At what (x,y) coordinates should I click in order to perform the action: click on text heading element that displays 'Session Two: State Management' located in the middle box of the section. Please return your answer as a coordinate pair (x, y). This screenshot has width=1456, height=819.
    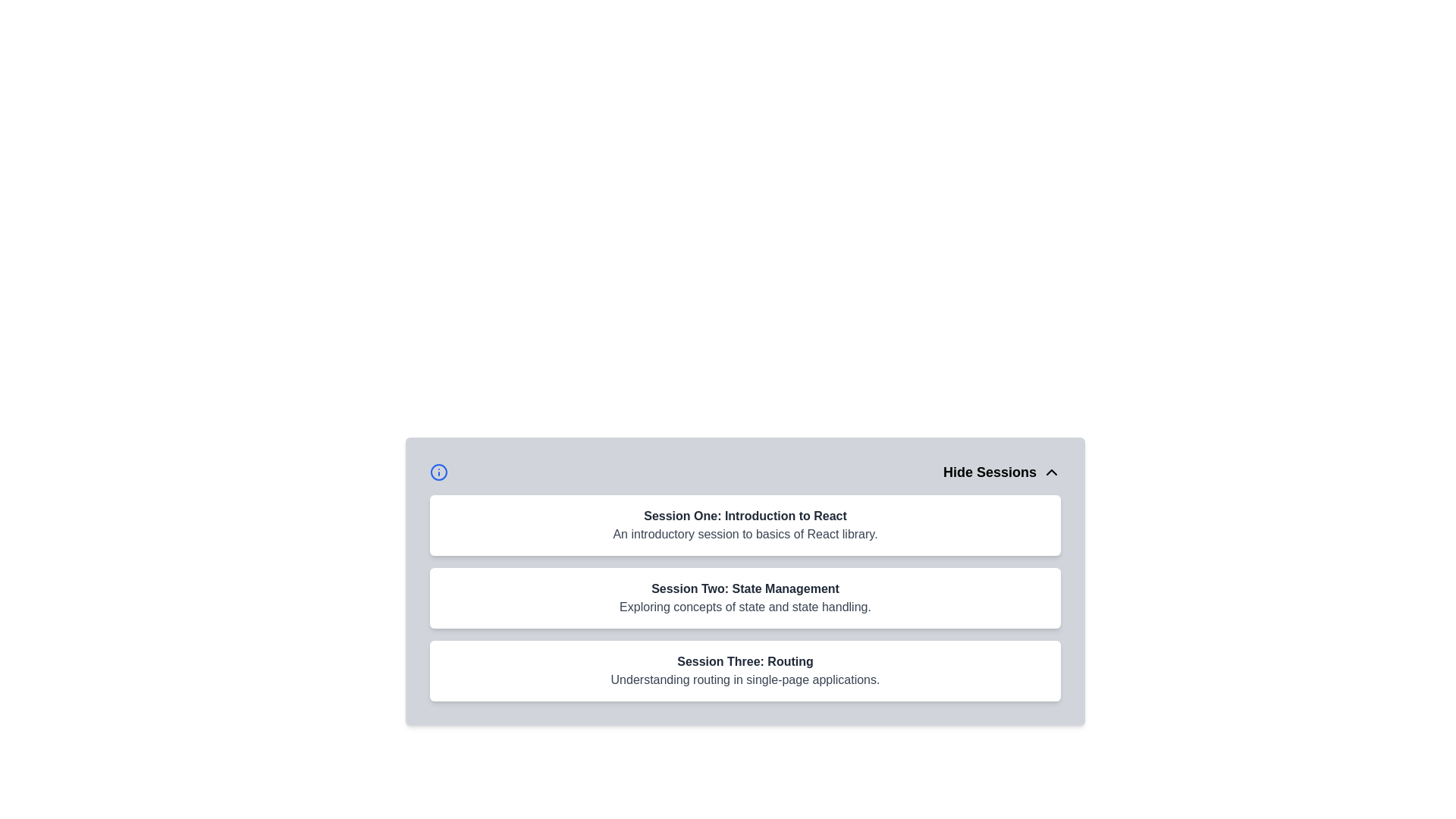
    Looking at the image, I should click on (745, 588).